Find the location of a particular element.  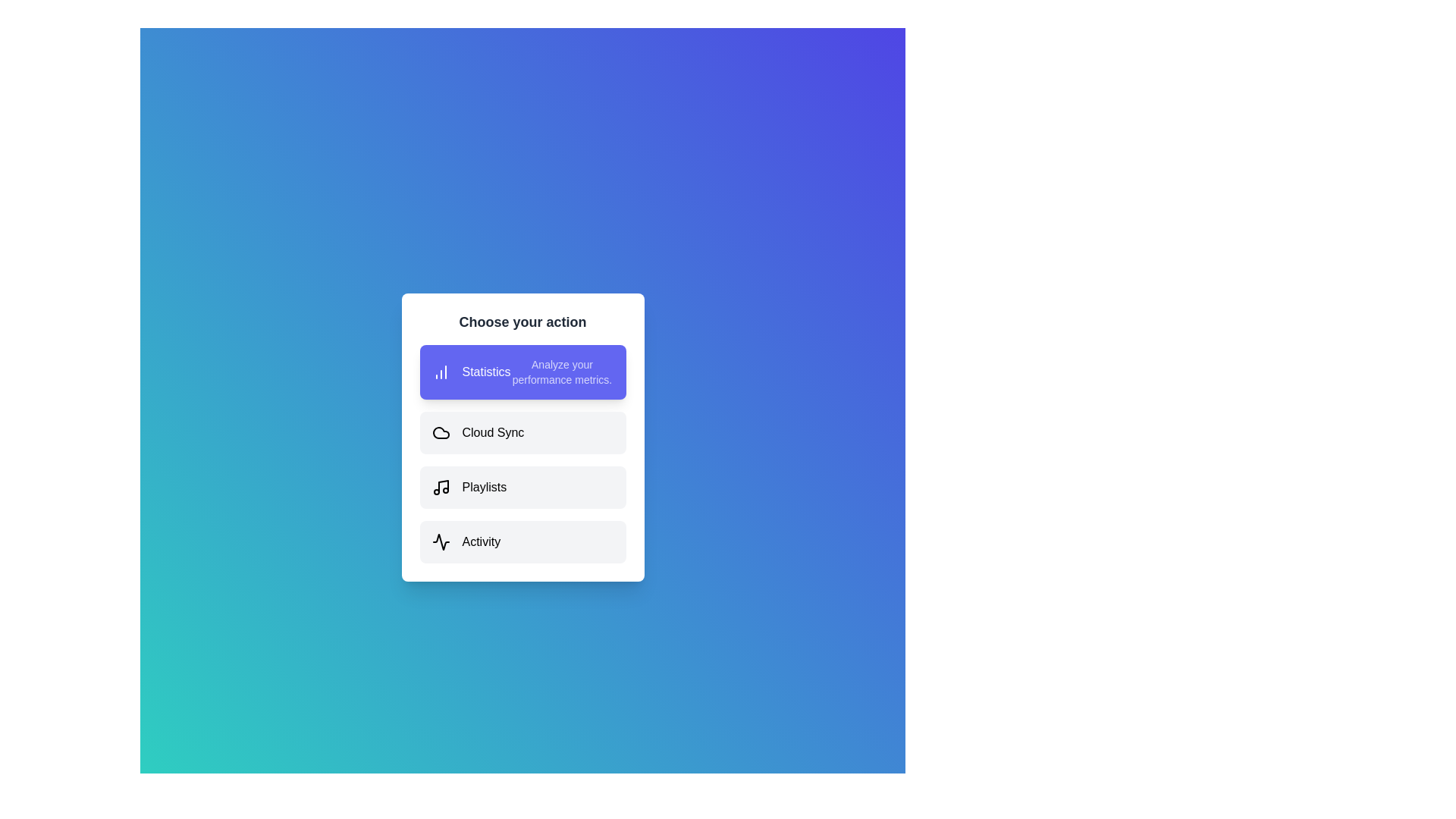

the description of the selected option is located at coordinates (561, 372).